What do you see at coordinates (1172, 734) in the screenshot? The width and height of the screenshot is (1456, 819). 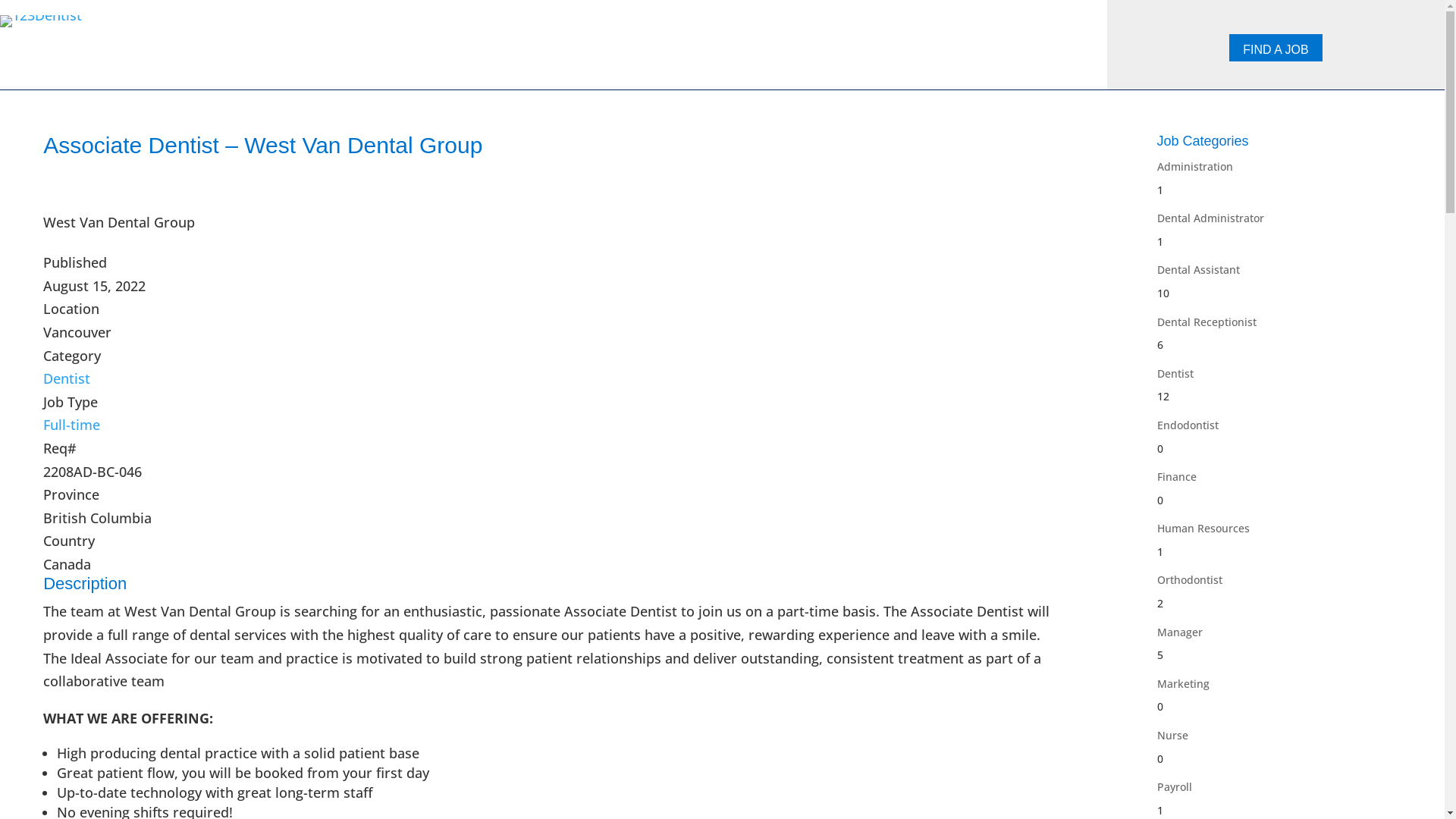 I see `'Nurse'` at bounding box center [1172, 734].